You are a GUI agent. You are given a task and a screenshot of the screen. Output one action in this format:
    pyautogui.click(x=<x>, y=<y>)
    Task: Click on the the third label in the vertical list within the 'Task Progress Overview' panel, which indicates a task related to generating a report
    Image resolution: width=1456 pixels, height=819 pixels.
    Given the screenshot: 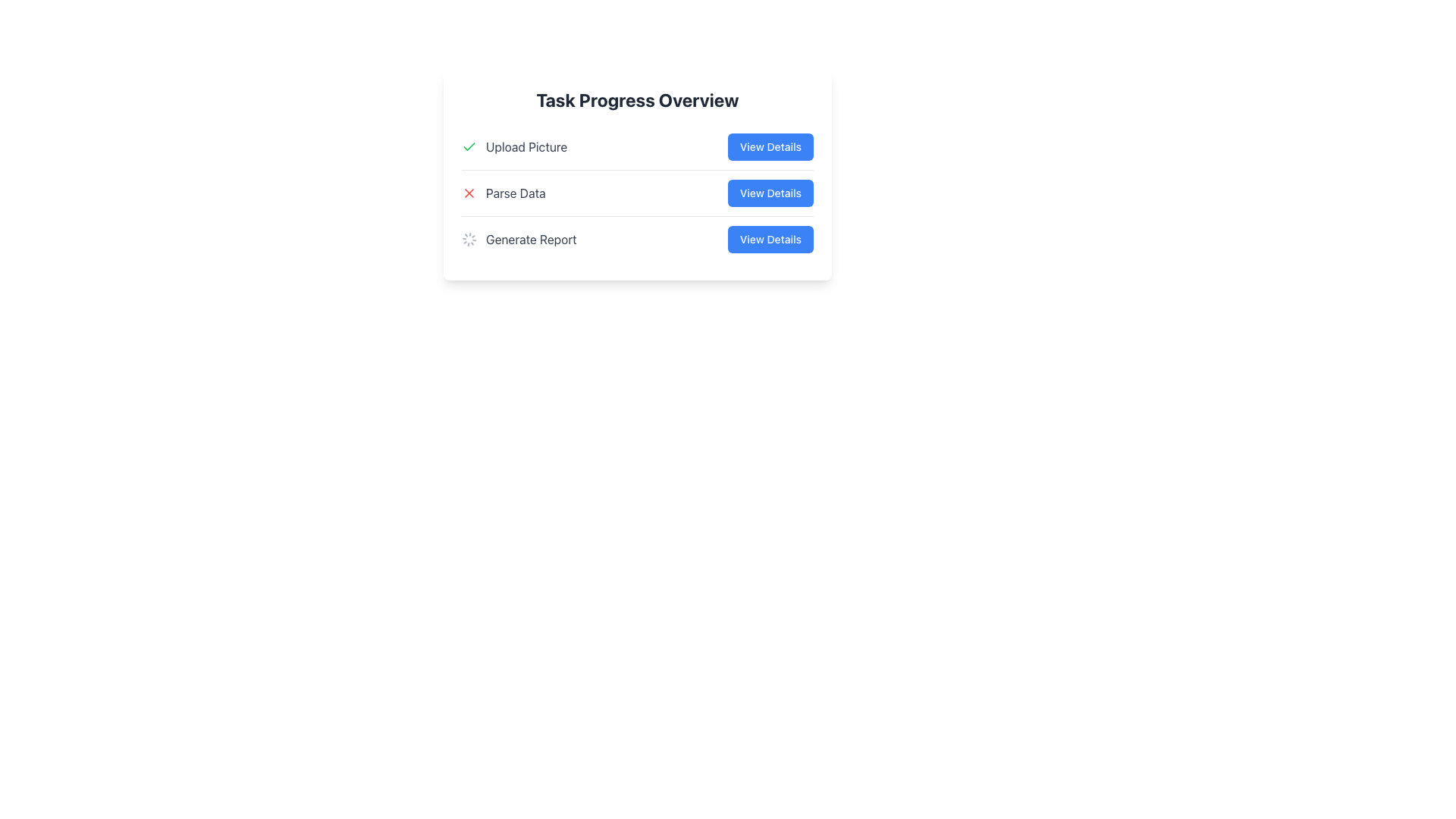 What is the action you would take?
    pyautogui.click(x=531, y=239)
    